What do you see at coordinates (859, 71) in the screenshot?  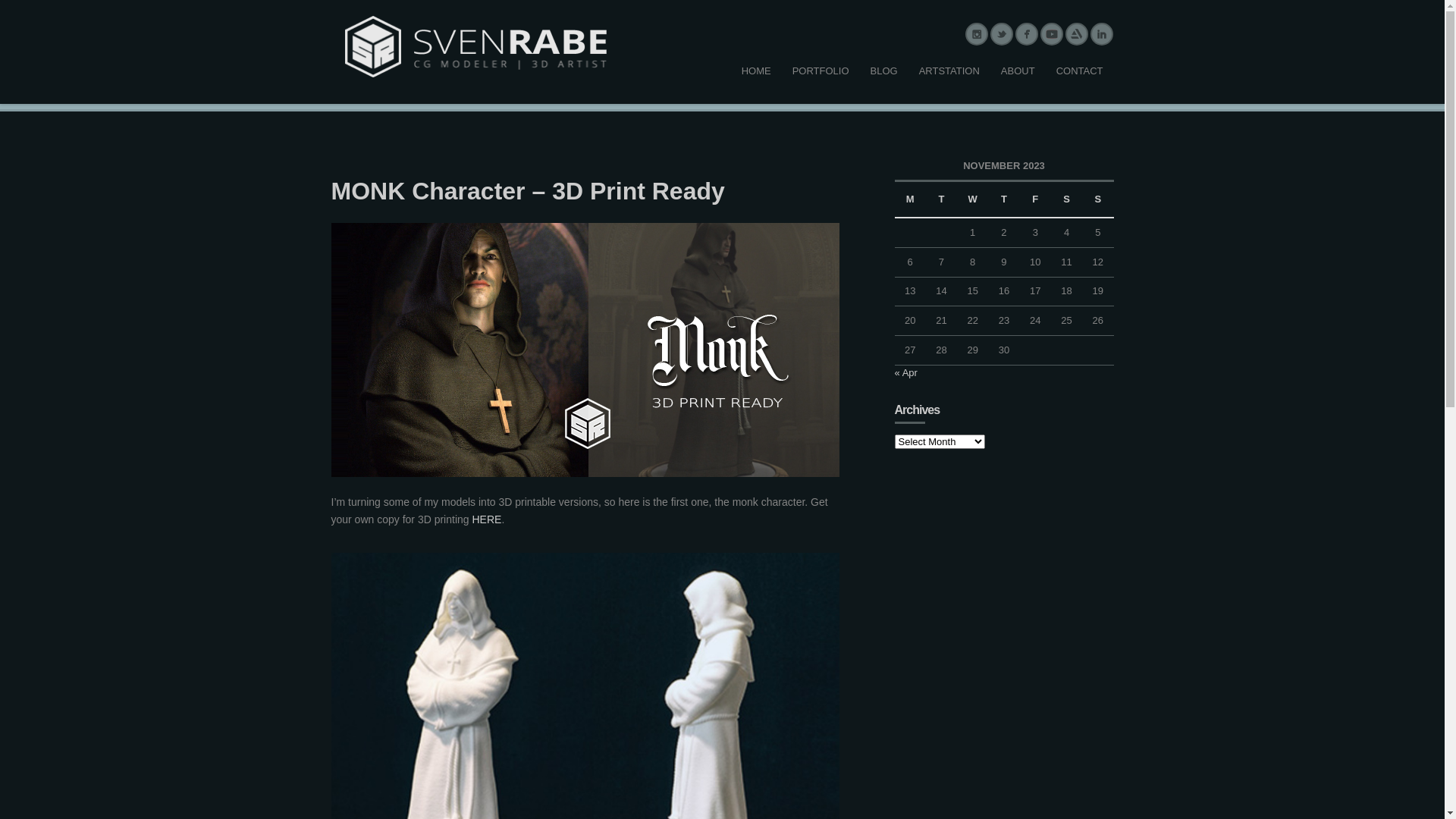 I see `'BLOG'` at bounding box center [859, 71].